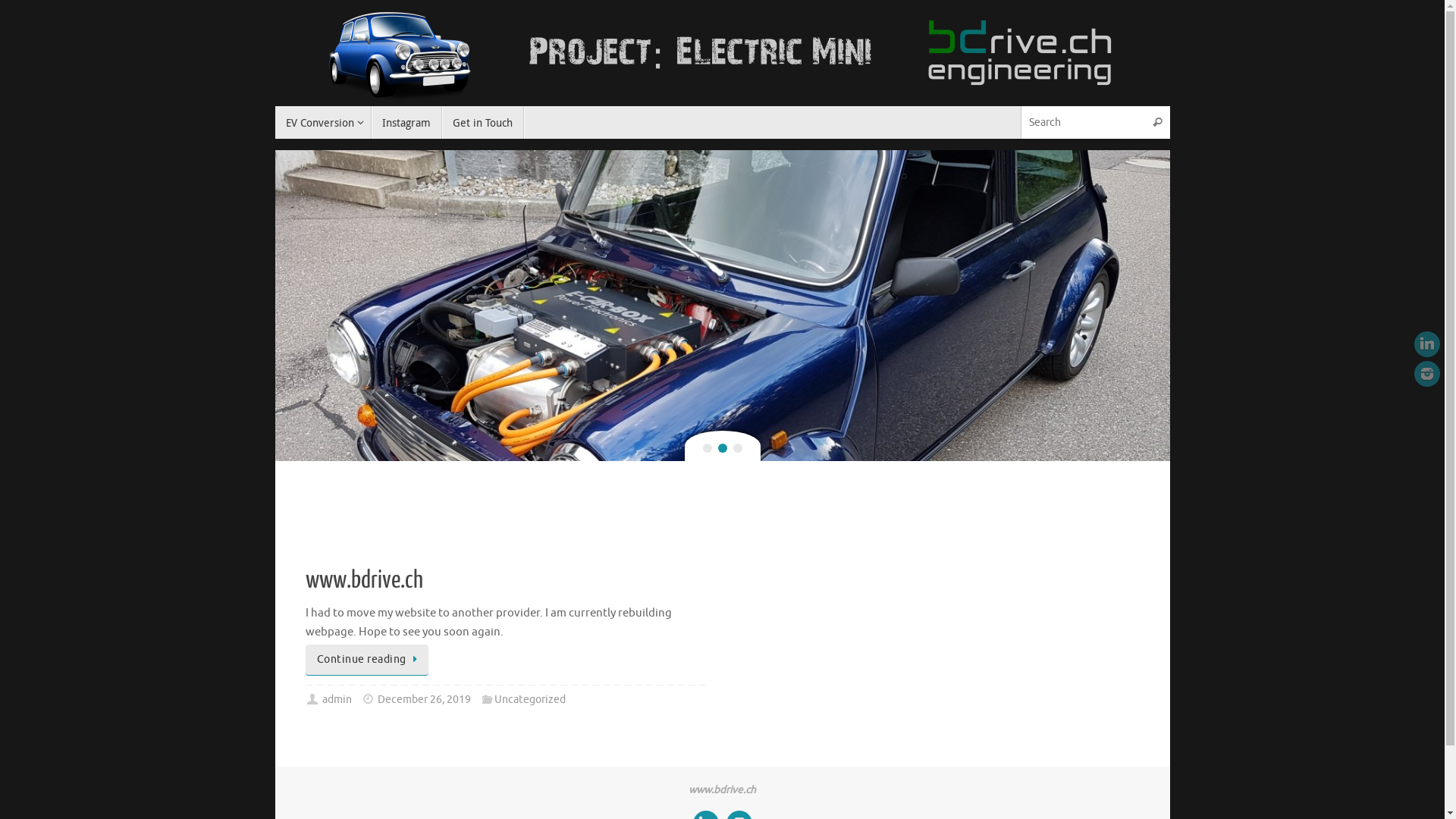 This screenshot has height=819, width=1456. Describe the element at coordinates (720, 447) in the screenshot. I see `'2'` at that location.